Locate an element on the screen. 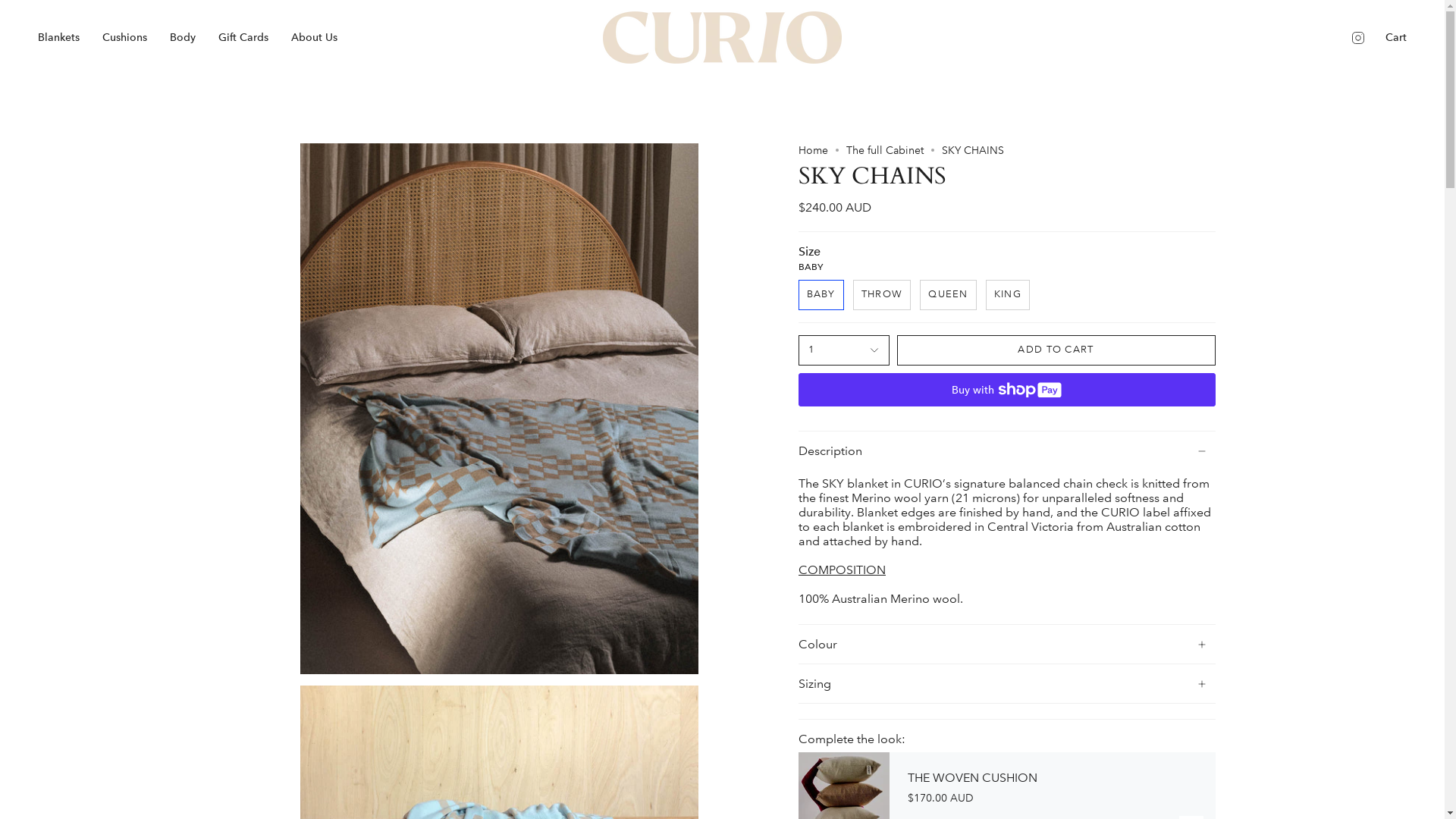 This screenshot has width=1456, height=819. 'Instagram' is located at coordinates (1357, 36).